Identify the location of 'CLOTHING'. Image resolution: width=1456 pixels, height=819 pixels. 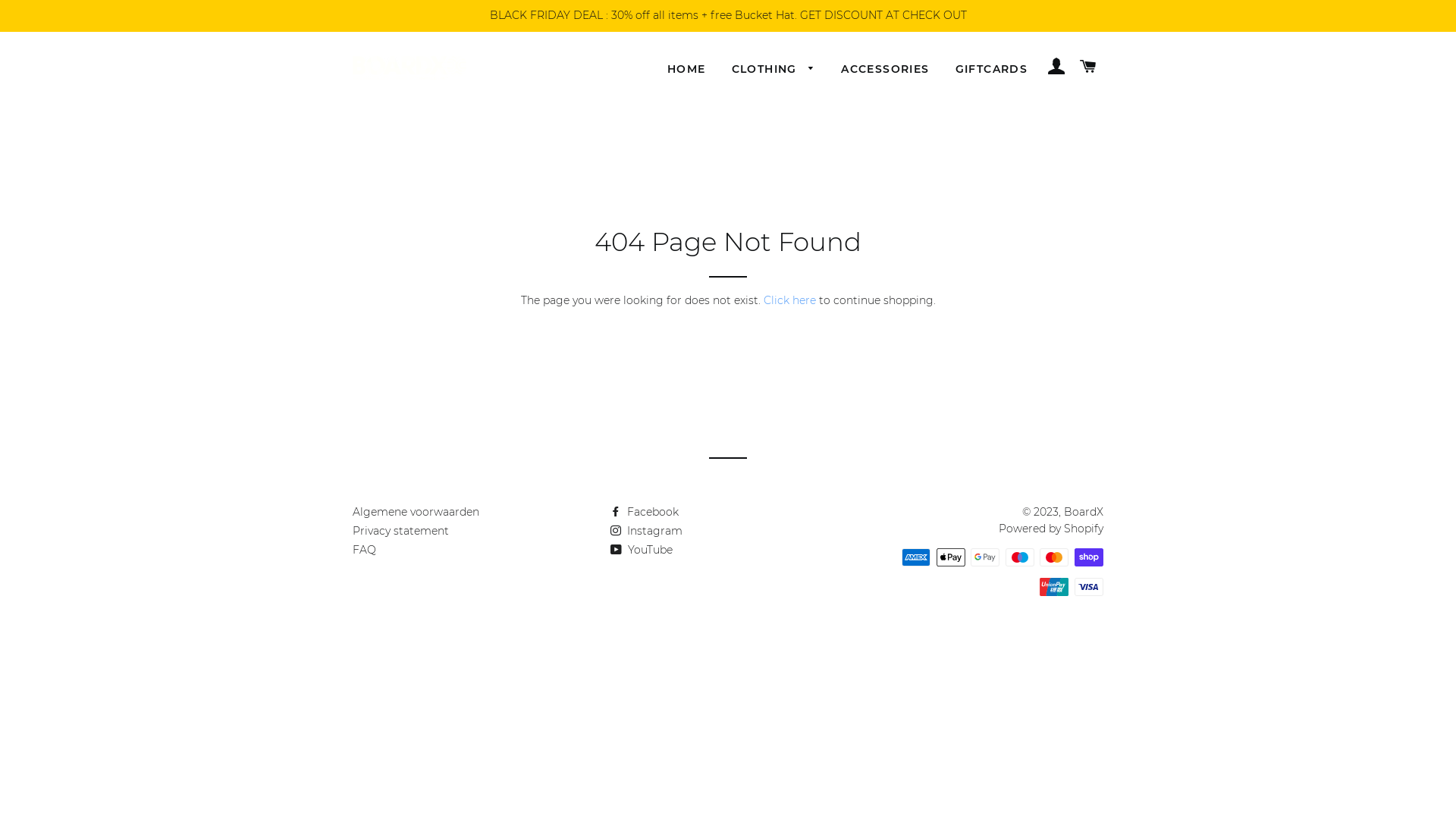
(720, 70).